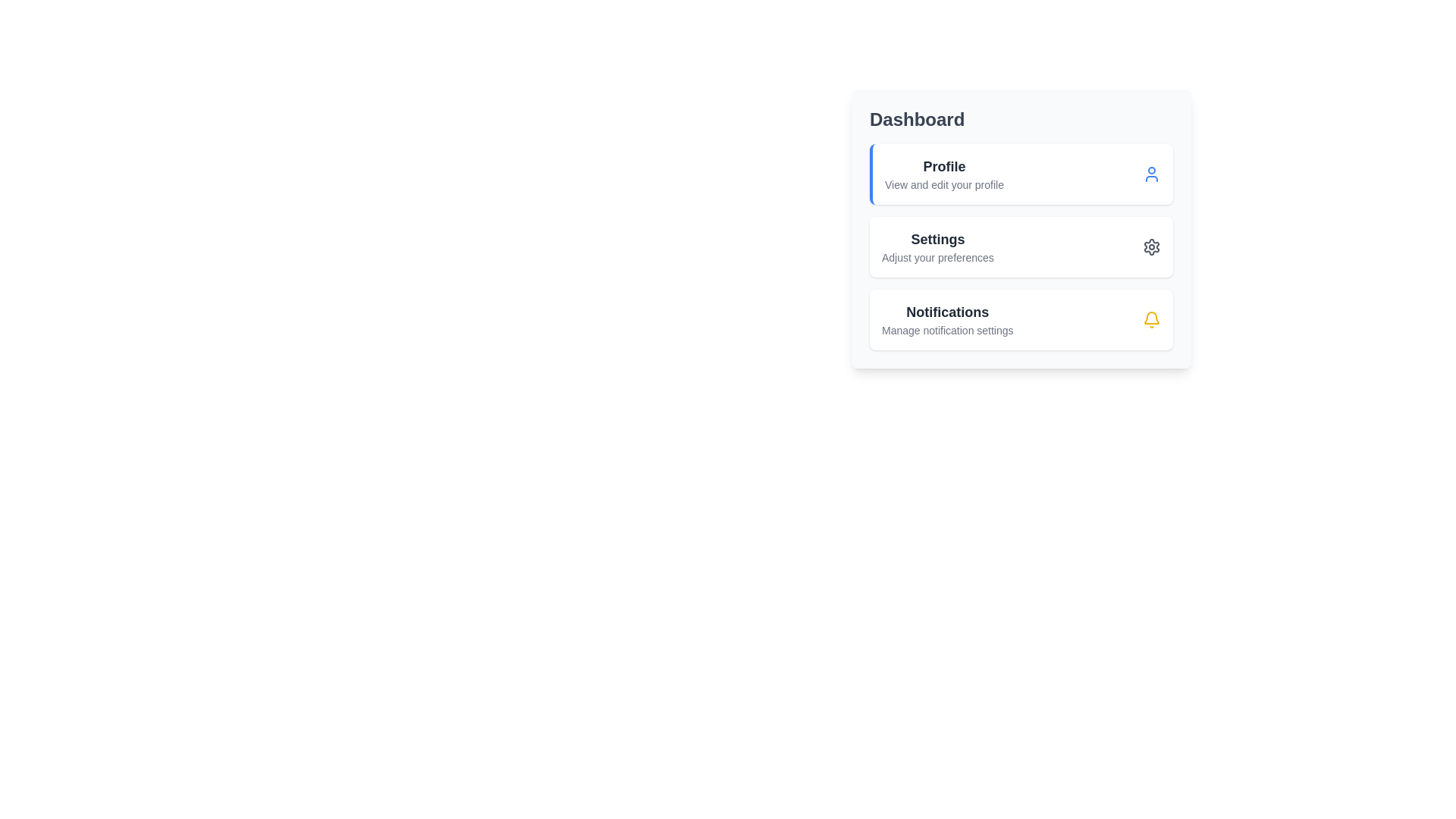  I want to click on the second card in the vertical list titled 'Dashboard', so click(1021, 246).